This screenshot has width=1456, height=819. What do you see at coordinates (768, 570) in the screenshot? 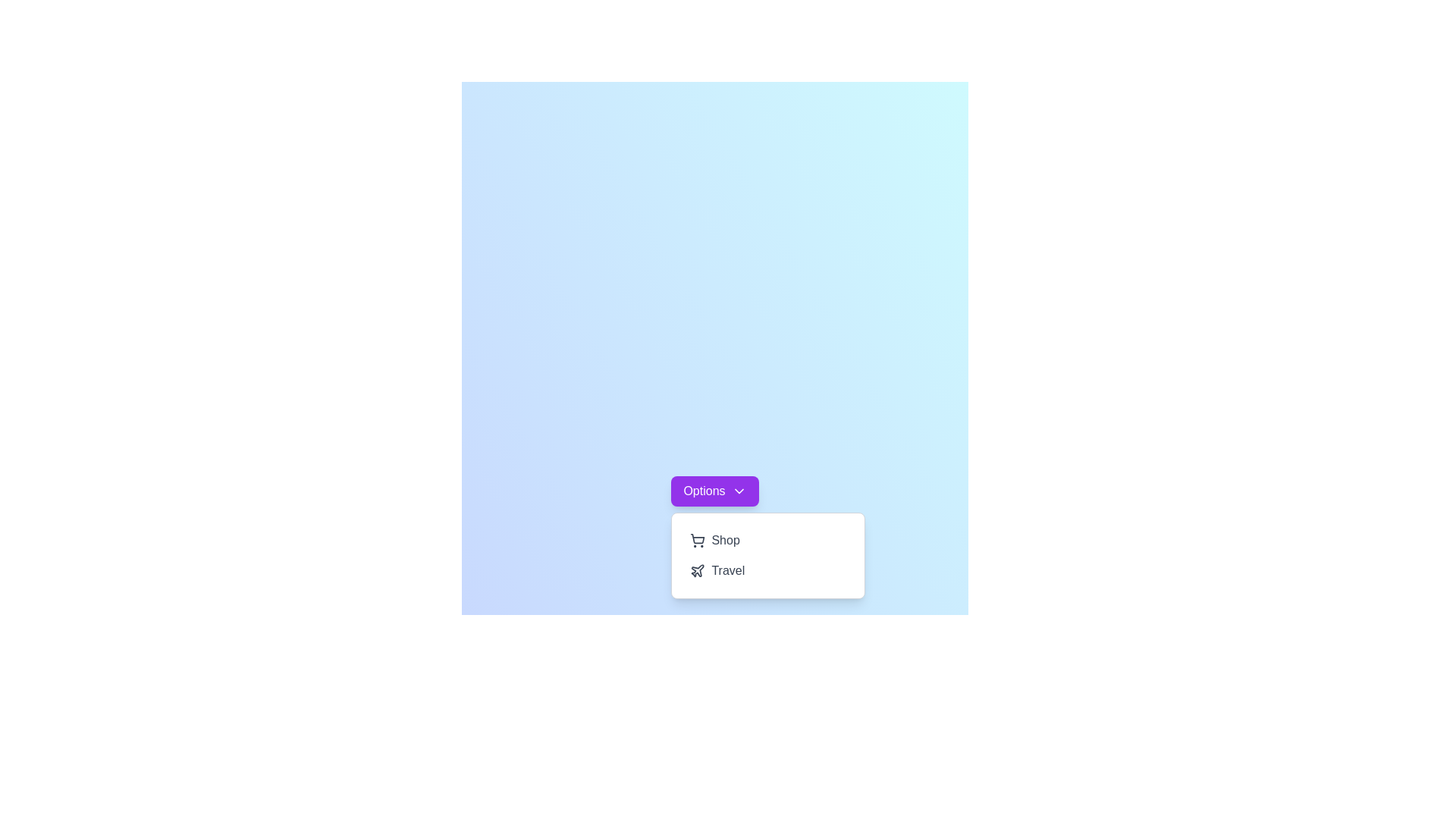
I see `the second item in the dropdown menu that directs to travel, located directly below the 'Shop' item` at bounding box center [768, 570].